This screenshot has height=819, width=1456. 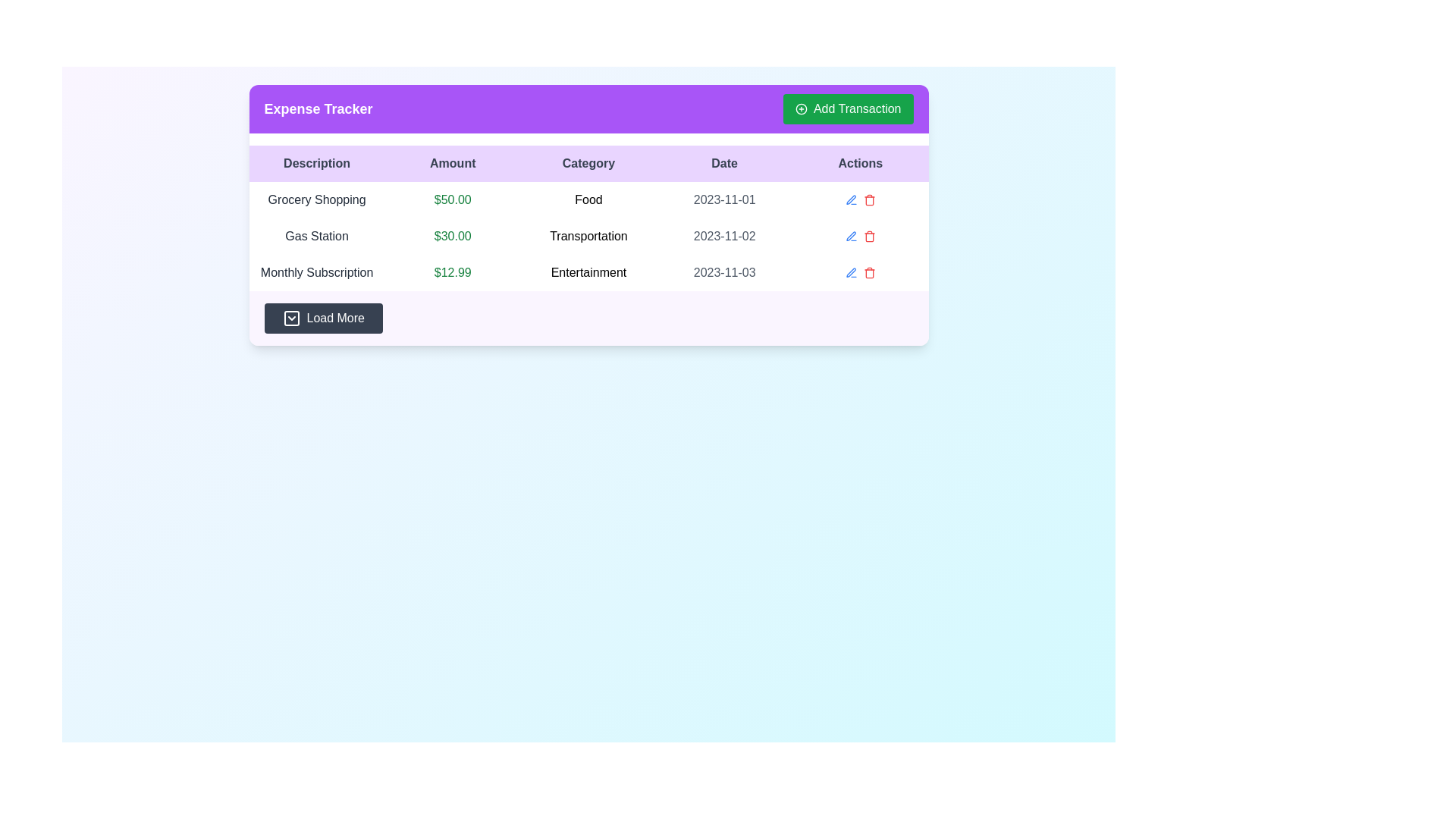 I want to click on the text label located in the application header, which serves as a title or identifier and is positioned near the left side of a purple bar, before the 'Add Transaction' button, so click(x=318, y=108).